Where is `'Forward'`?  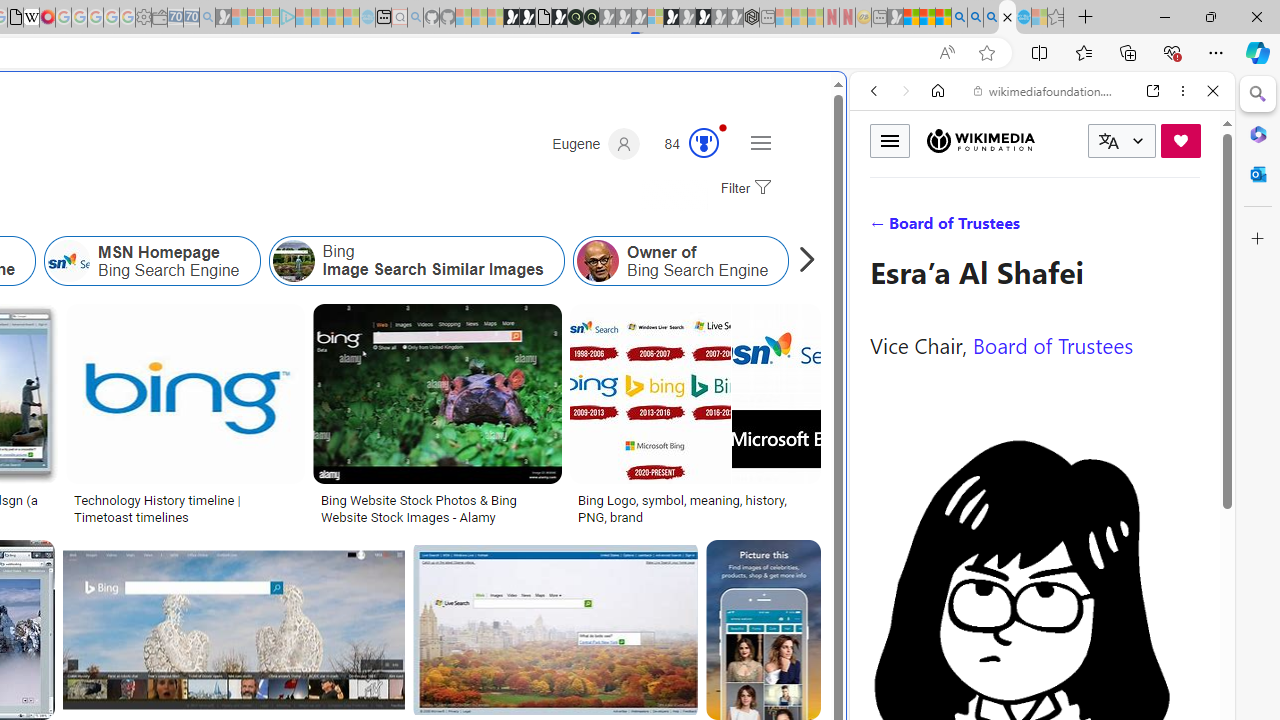 'Forward' is located at coordinates (905, 91).